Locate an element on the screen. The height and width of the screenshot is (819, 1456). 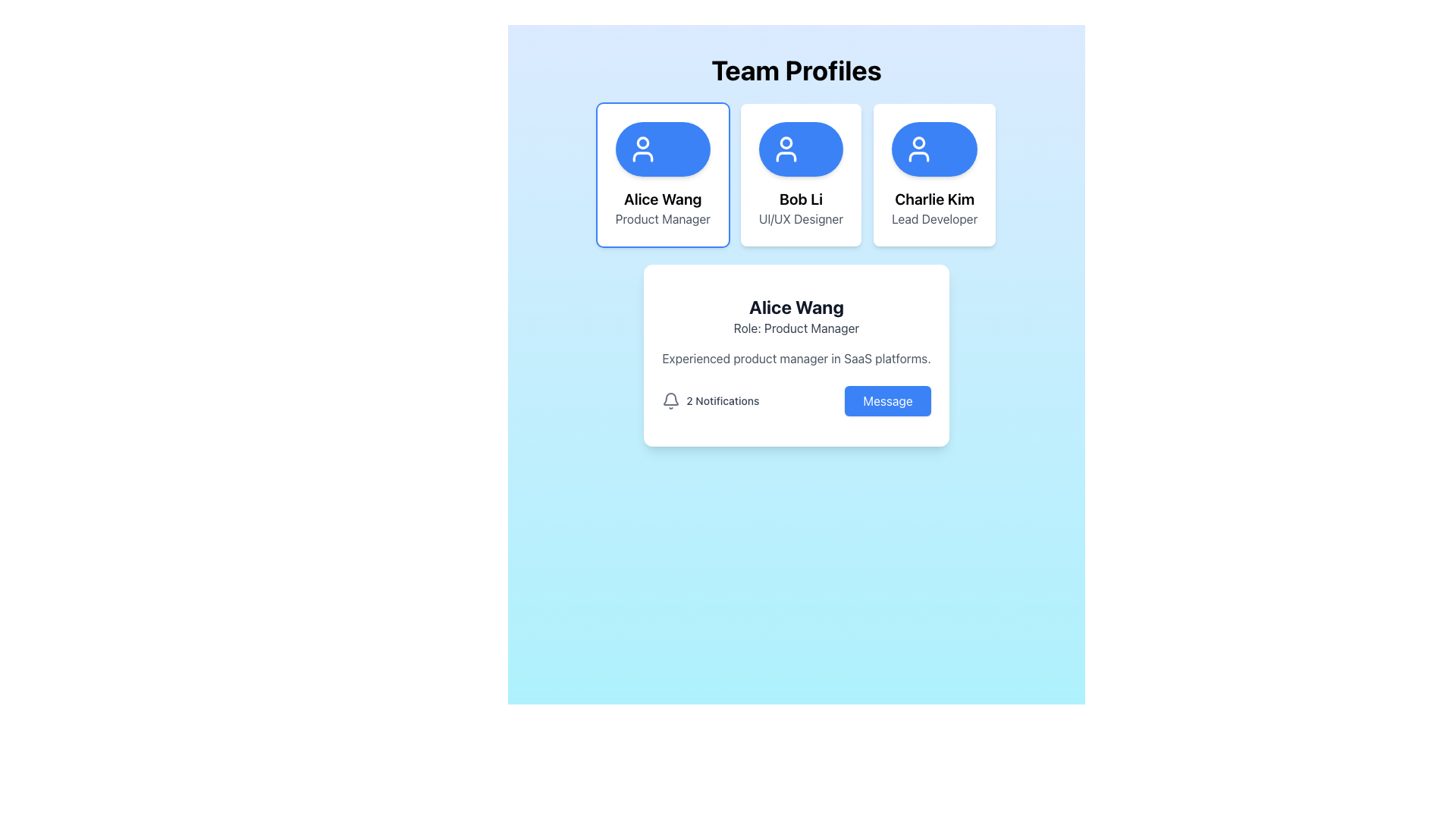
the text label that specifies the role or position of the user described in the card, located under the bold heading 'Alice Wang' and above the description text is located at coordinates (795, 327).